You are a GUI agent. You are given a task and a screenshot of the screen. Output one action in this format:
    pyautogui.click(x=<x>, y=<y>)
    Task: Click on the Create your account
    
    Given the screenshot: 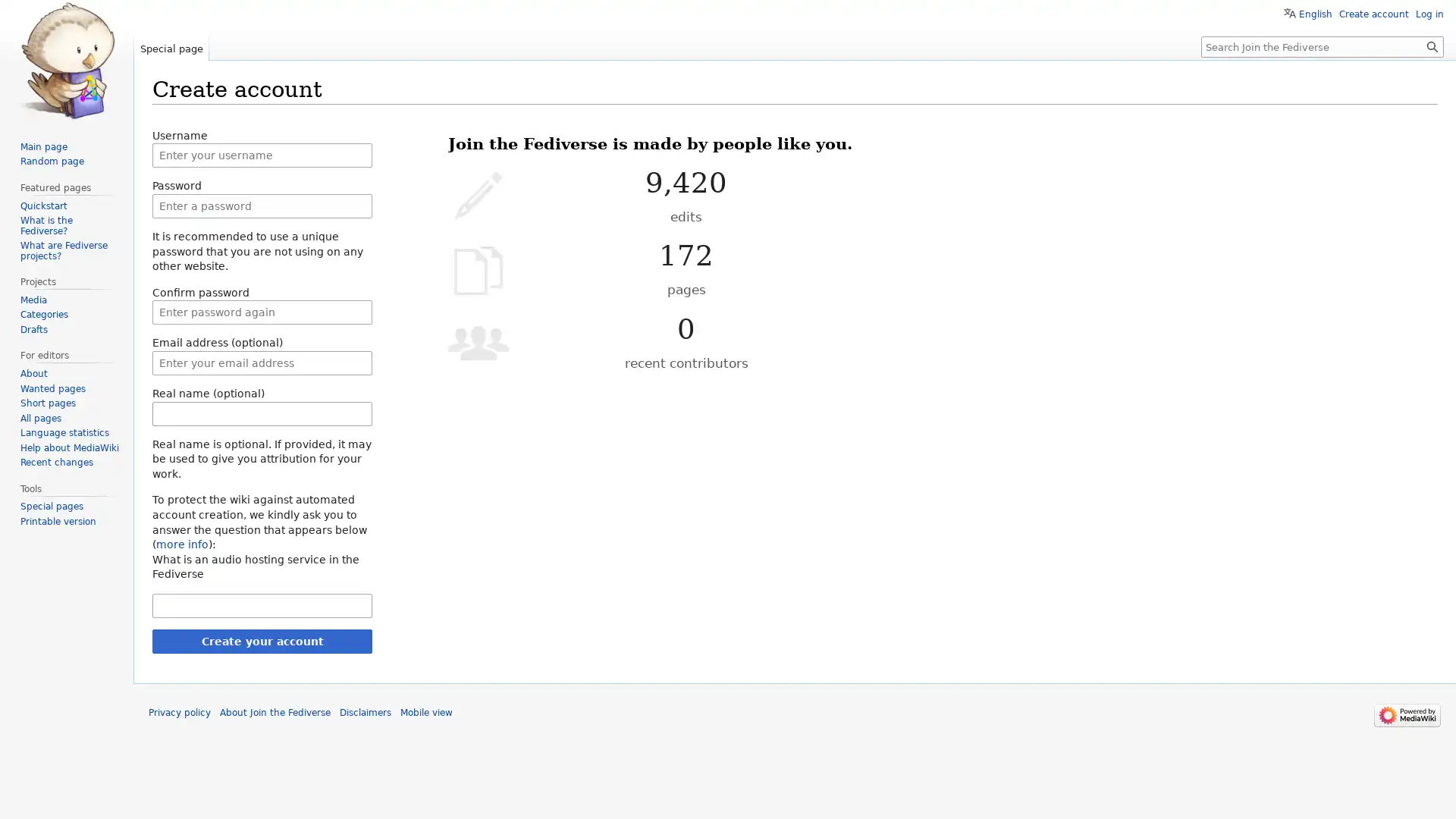 What is the action you would take?
    pyautogui.click(x=262, y=640)
    